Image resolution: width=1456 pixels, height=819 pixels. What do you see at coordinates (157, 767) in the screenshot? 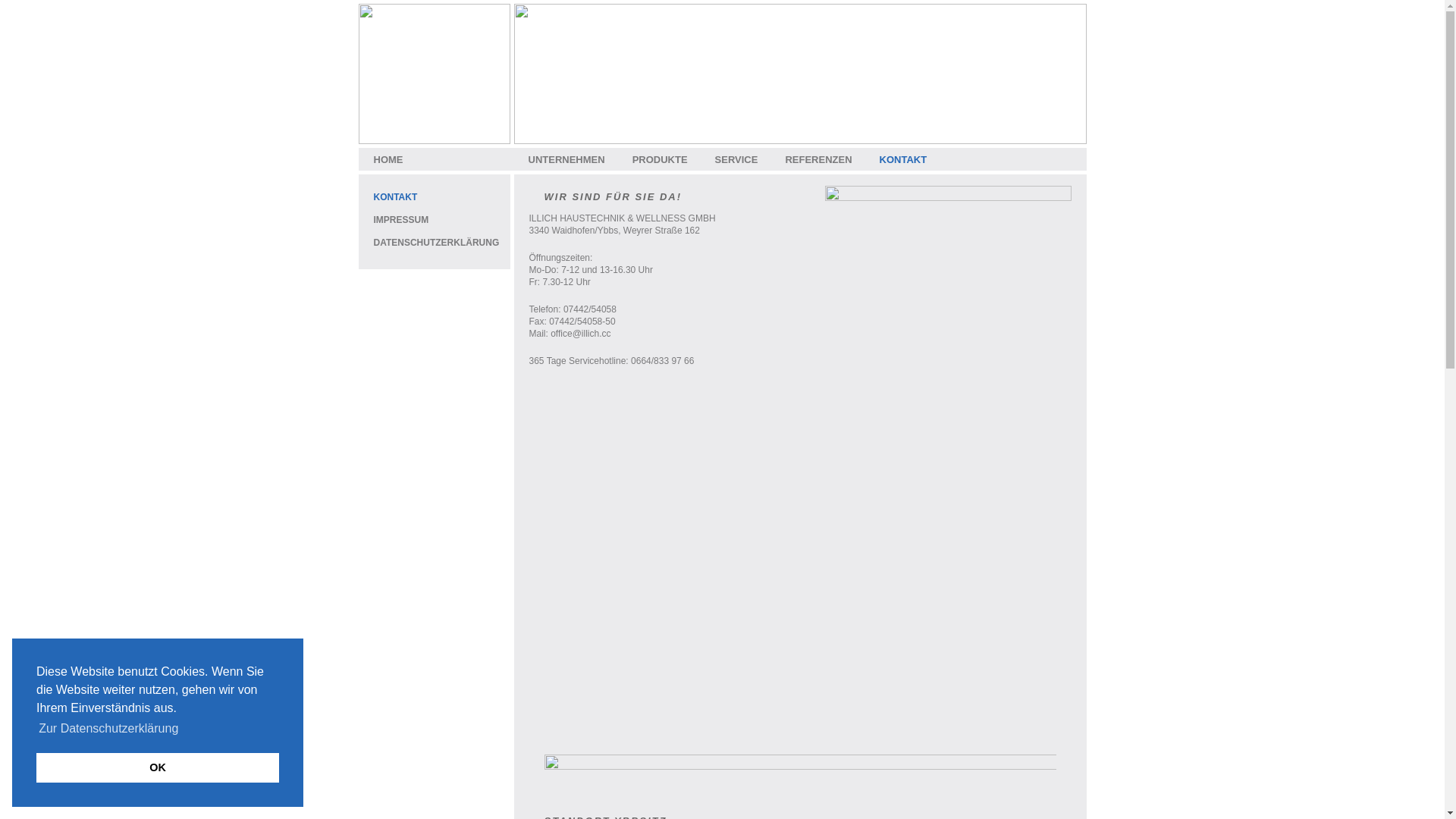
I see `'OK'` at bounding box center [157, 767].